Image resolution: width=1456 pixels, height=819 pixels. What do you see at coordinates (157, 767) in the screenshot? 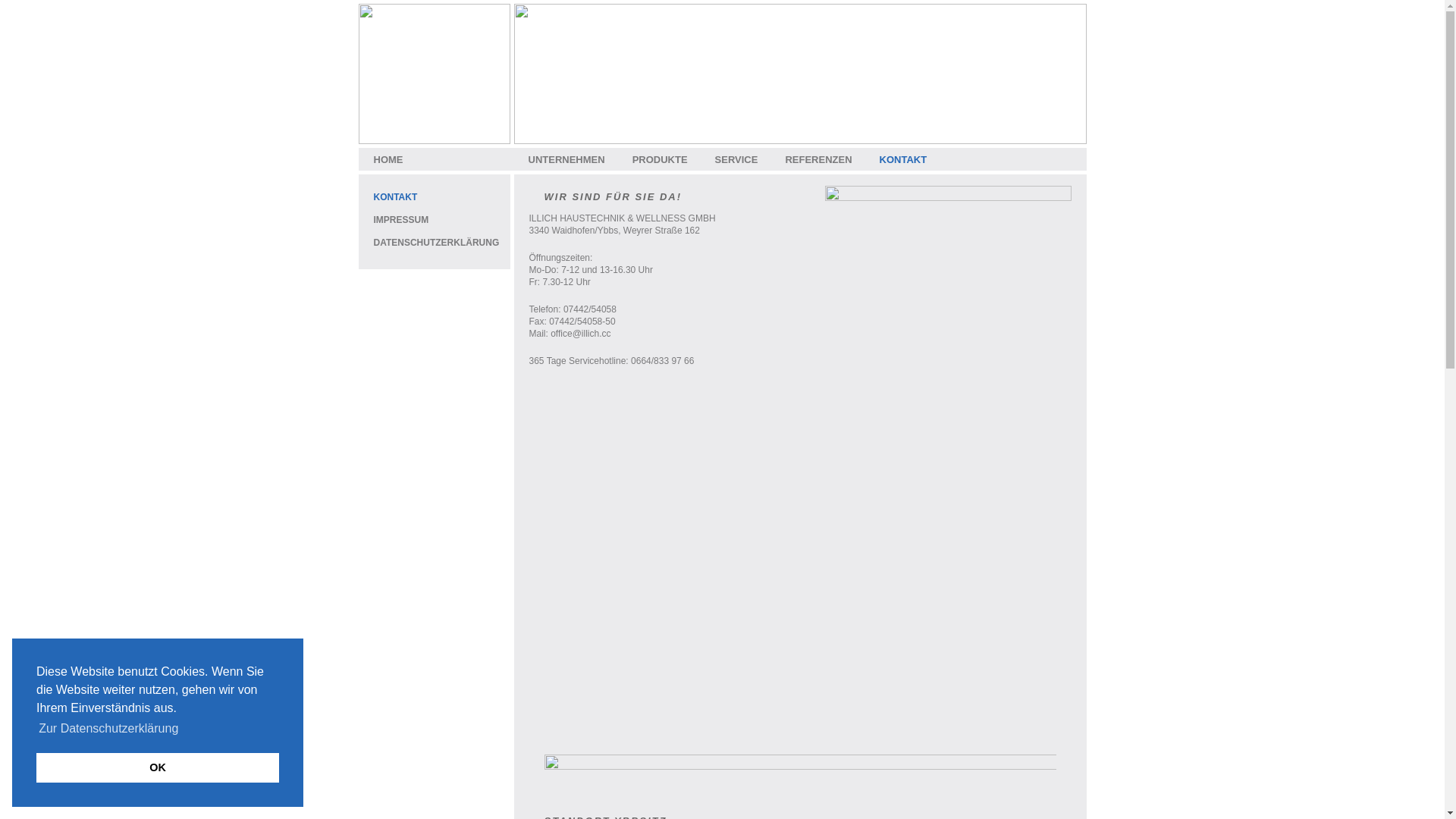
I see `'OK'` at bounding box center [157, 767].